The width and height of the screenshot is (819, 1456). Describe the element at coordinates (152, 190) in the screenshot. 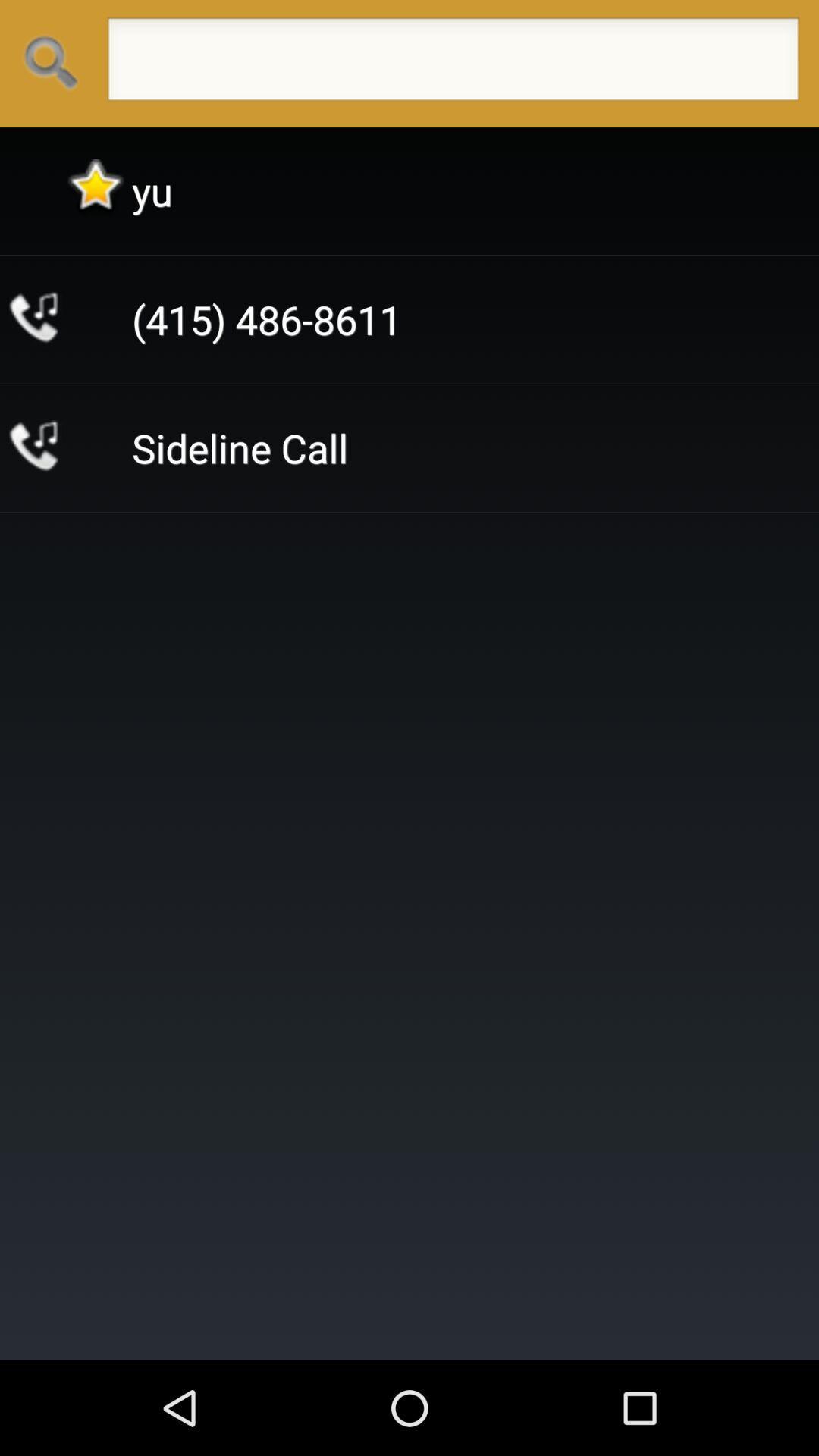

I see `the yu` at that location.